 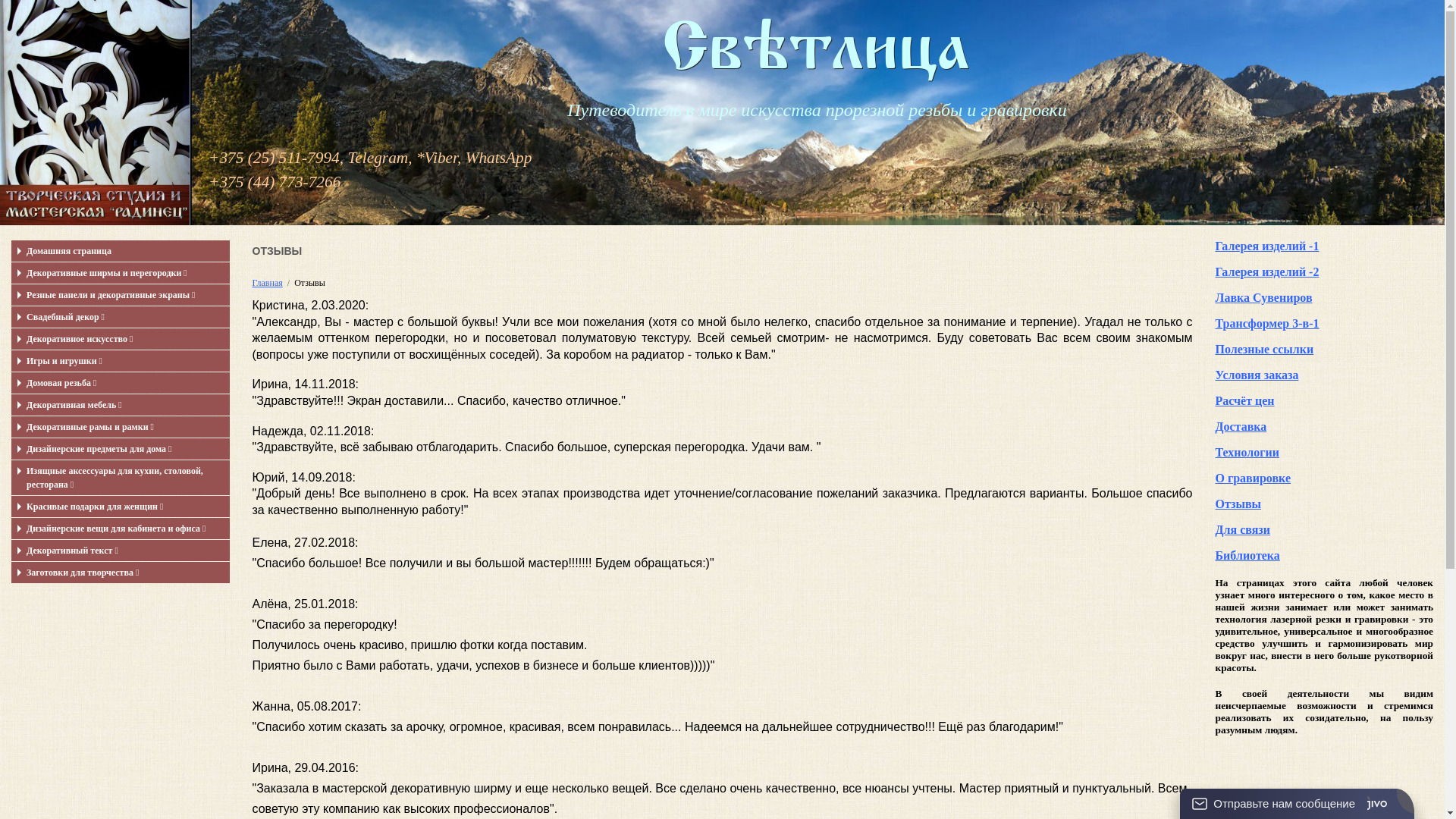 What do you see at coordinates (416, 158) in the screenshot?
I see `'*'` at bounding box center [416, 158].